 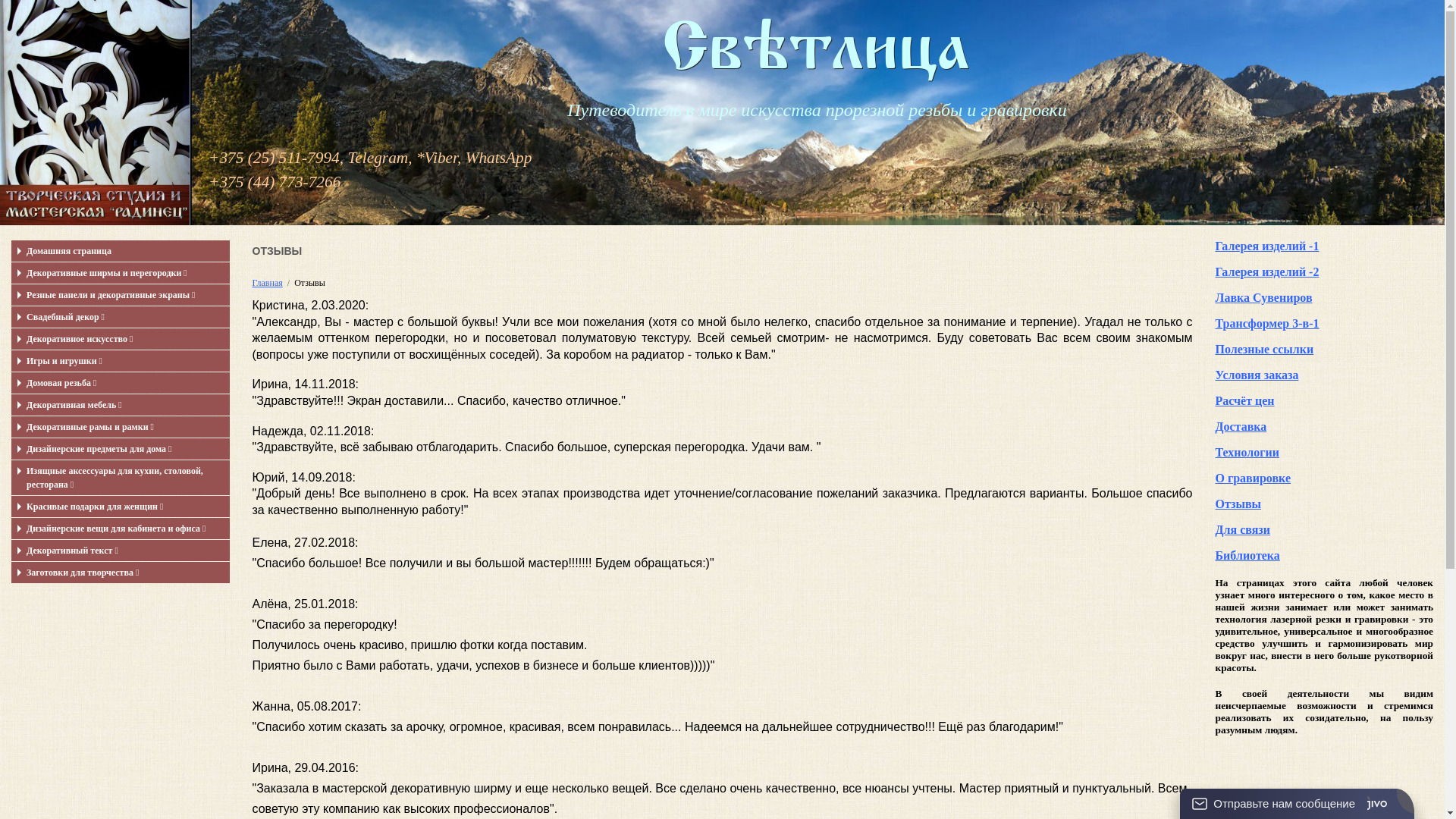 What do you see at coordinates (416, 158) in the screenshot?
I see `'*'` at bounding box center [416, 158].